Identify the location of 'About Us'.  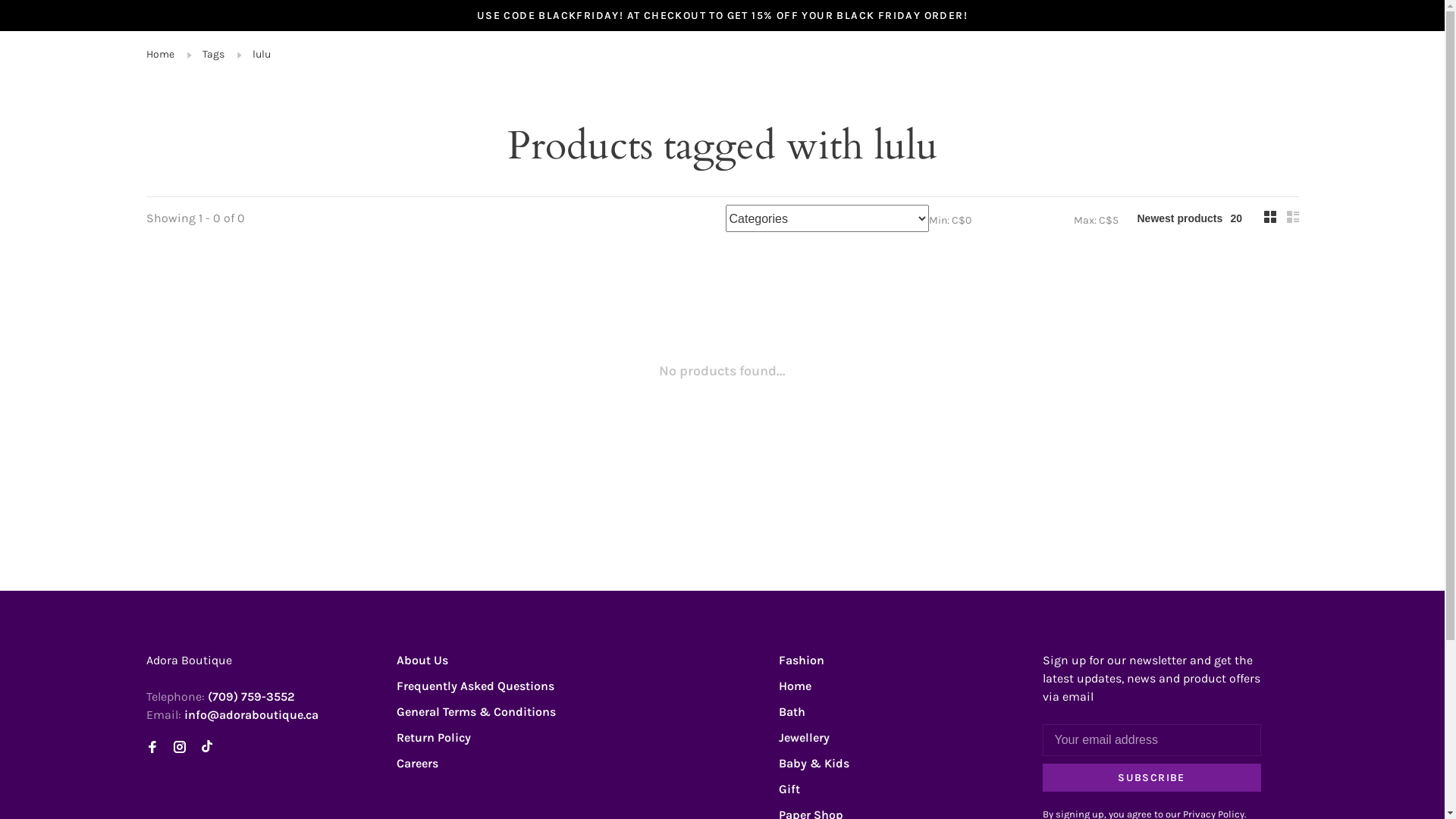
(422, 659).